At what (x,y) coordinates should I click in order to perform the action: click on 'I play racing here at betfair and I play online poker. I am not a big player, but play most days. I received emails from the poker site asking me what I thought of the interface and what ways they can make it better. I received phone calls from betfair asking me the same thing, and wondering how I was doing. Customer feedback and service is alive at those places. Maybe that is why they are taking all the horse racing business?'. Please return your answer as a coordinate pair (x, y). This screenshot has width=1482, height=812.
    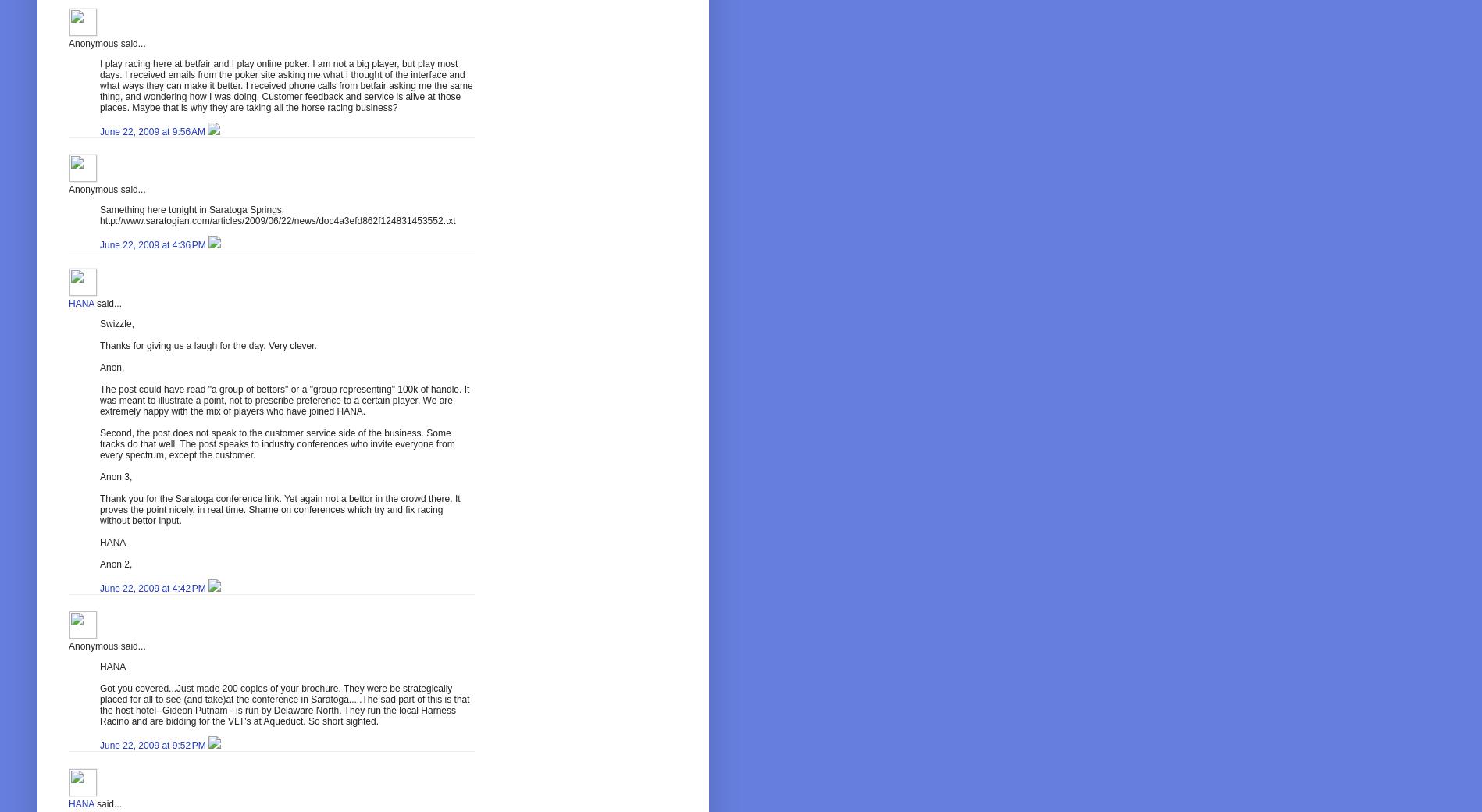
    Looking at the image, I should click on (286, 84).